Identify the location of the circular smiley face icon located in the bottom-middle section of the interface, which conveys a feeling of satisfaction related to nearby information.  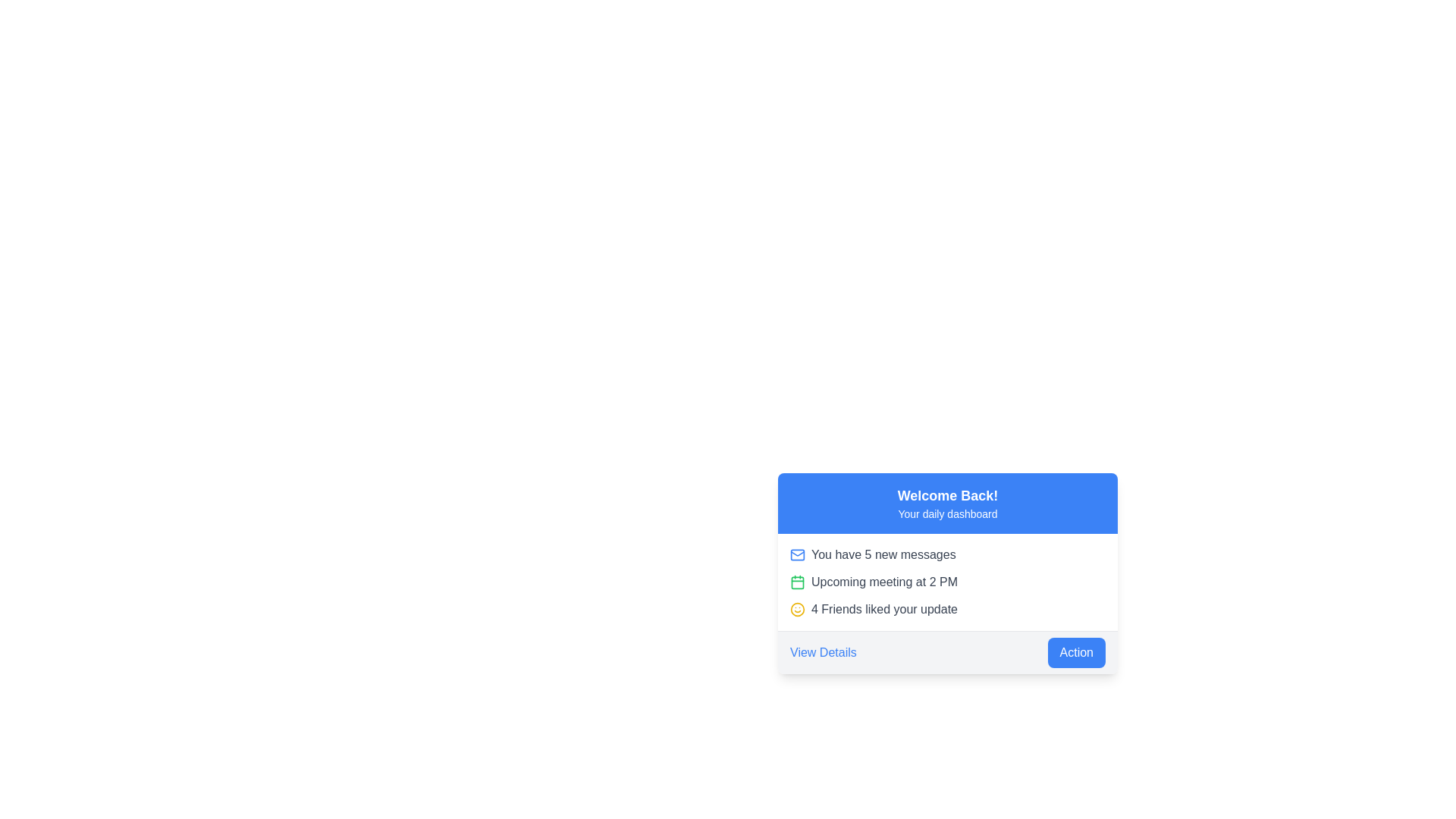
(796, 608).